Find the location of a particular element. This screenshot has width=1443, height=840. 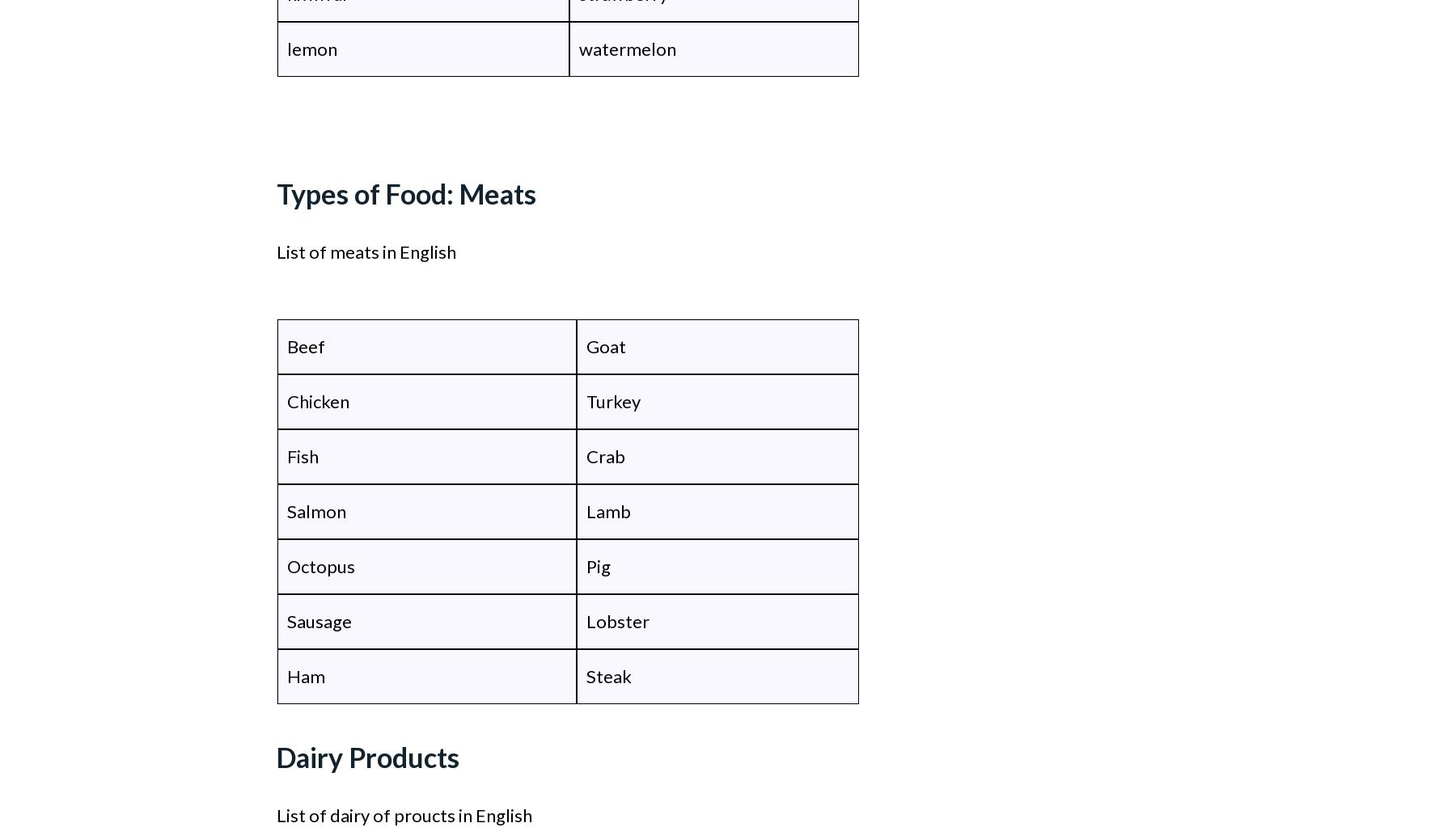

'Types of Food: Meats' is located at coordinates (275, 193).